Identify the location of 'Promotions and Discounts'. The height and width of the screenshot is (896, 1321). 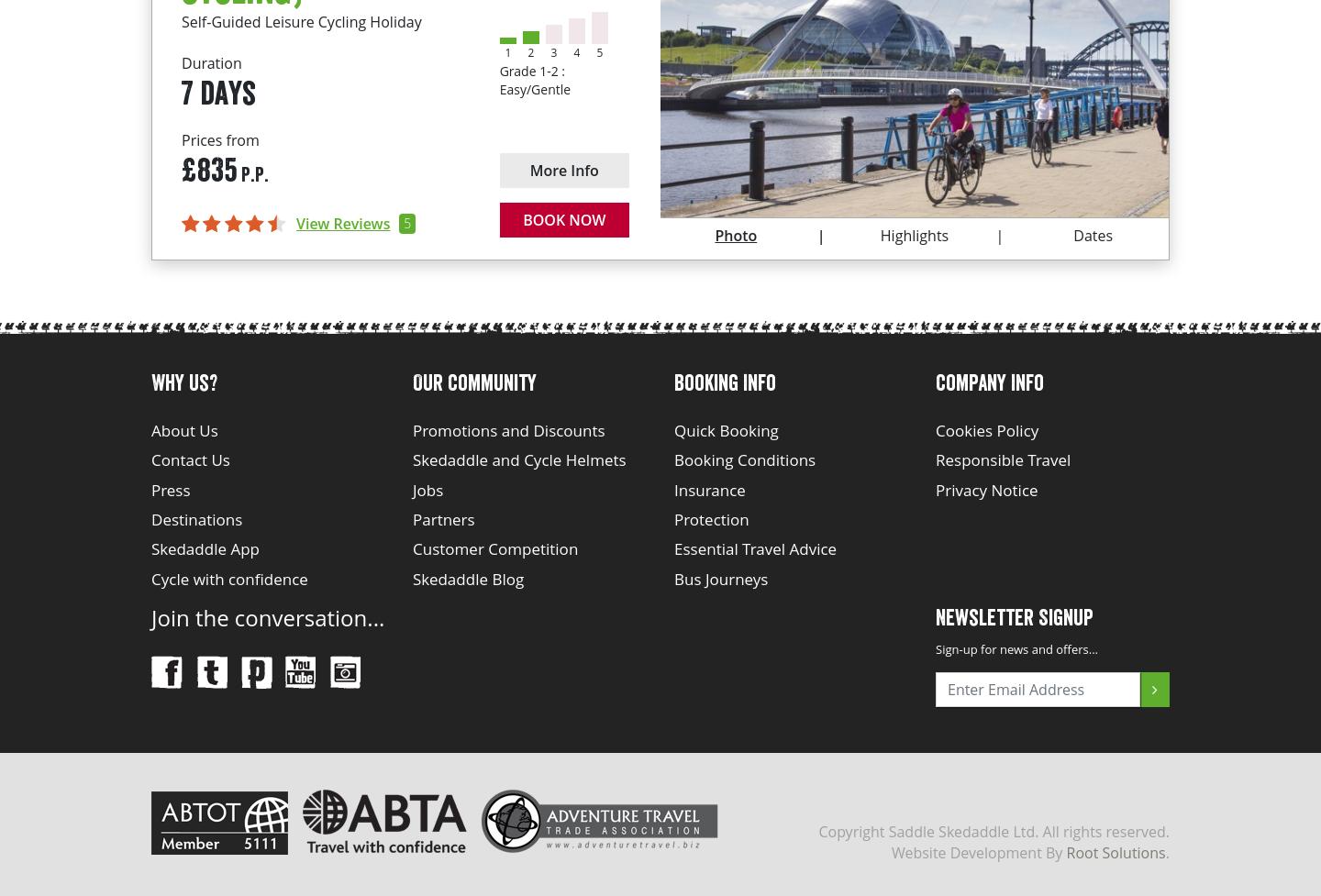
(508, 430).